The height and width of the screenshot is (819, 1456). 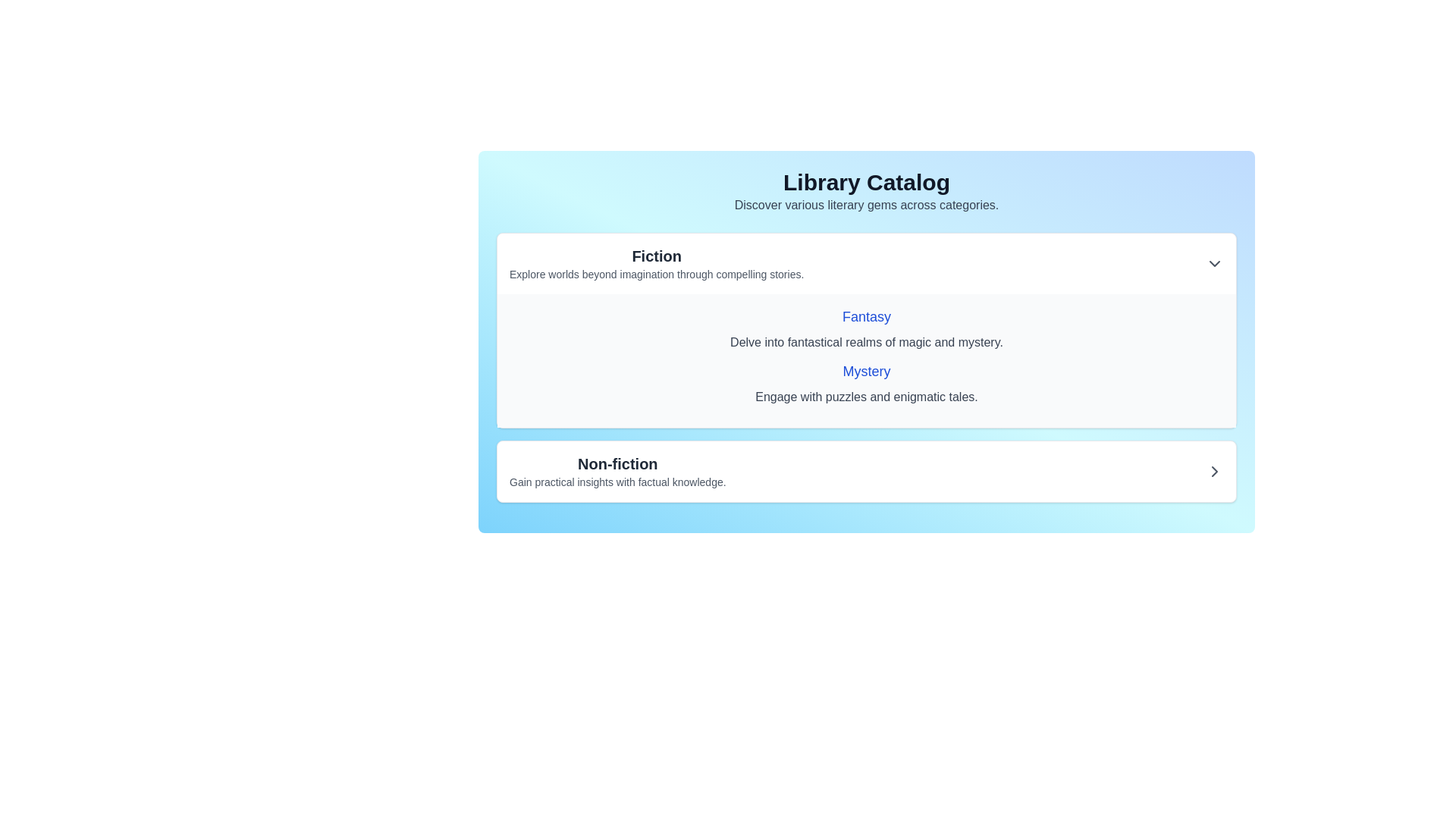 What do you see at coordinates (657, 256) in the screenshot?
I see `the 'Fiction' section header text label located at the top-middle of the interface, which serves as a category header for the library catalog` at bounding box center [657, 256].